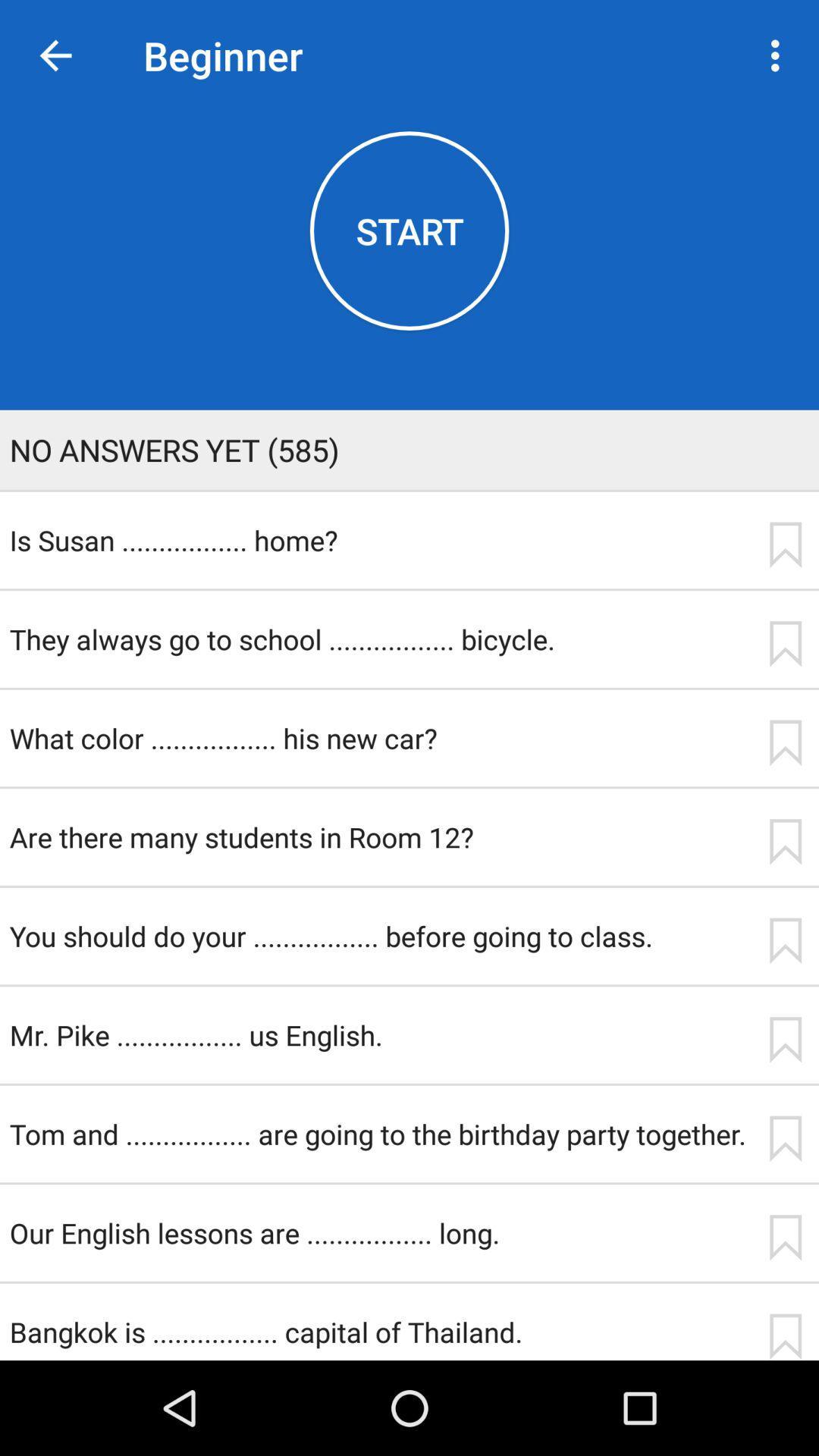 Image resolution: width=819 pixels, height=1456 pixels. I want to click on bookmark question, so click(785, 1238).